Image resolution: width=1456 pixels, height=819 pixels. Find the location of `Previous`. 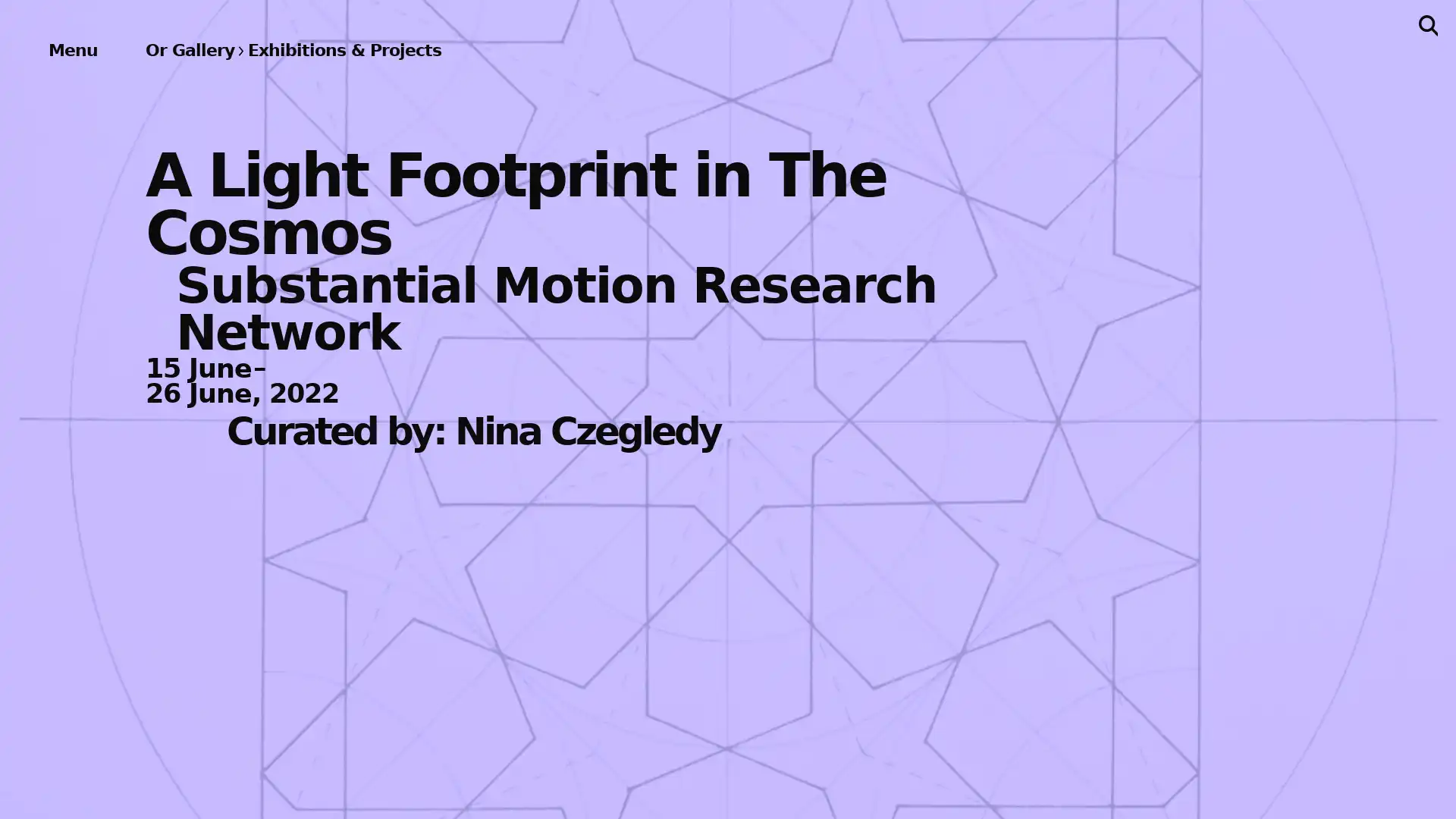

Previous is located at coordinates (436, 409).